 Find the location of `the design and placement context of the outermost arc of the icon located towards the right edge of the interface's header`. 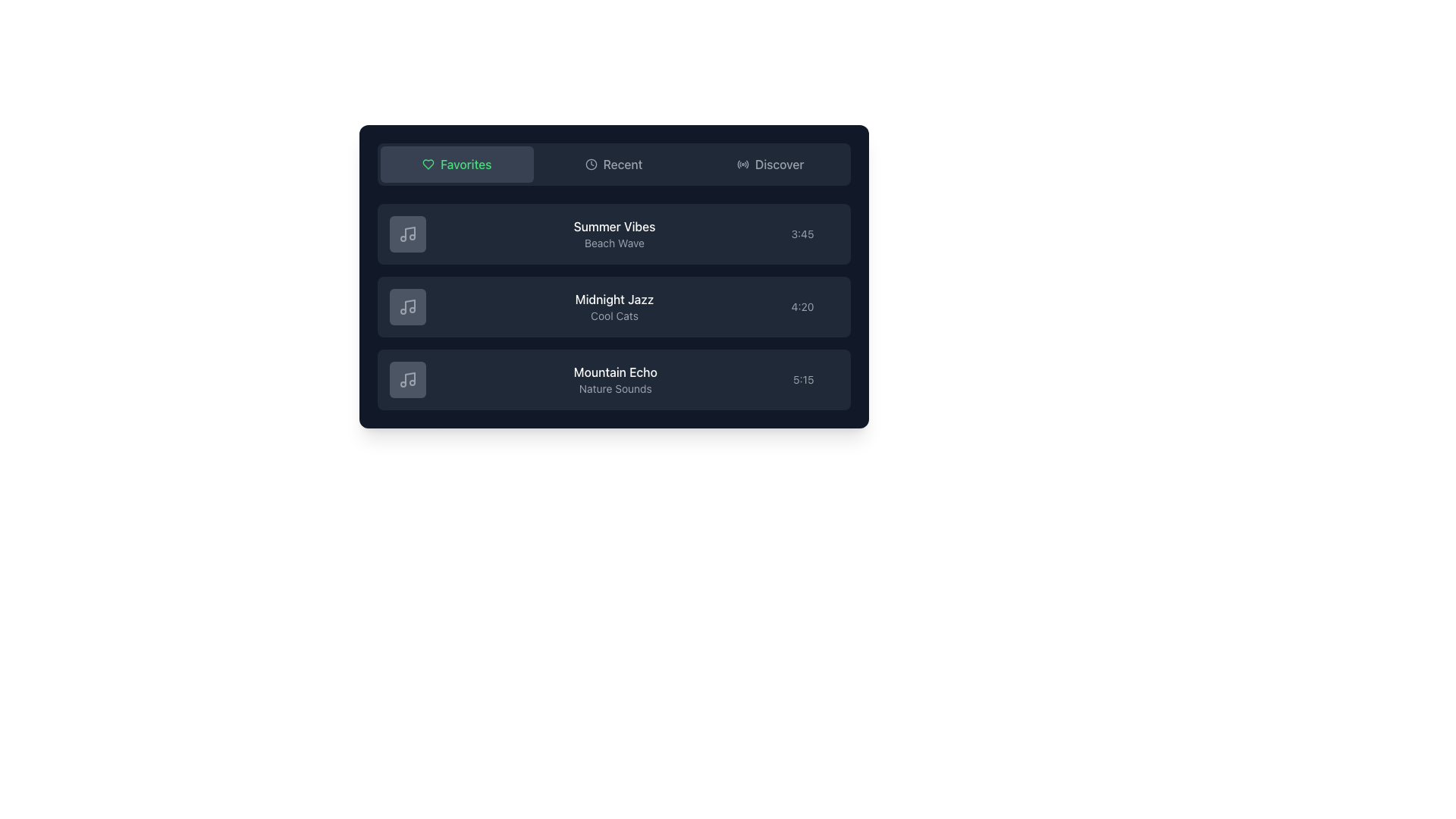

the design and placement context of the outermost arc of the icon located towards the right edge of the interface's header is located at coordinates (747, 164).